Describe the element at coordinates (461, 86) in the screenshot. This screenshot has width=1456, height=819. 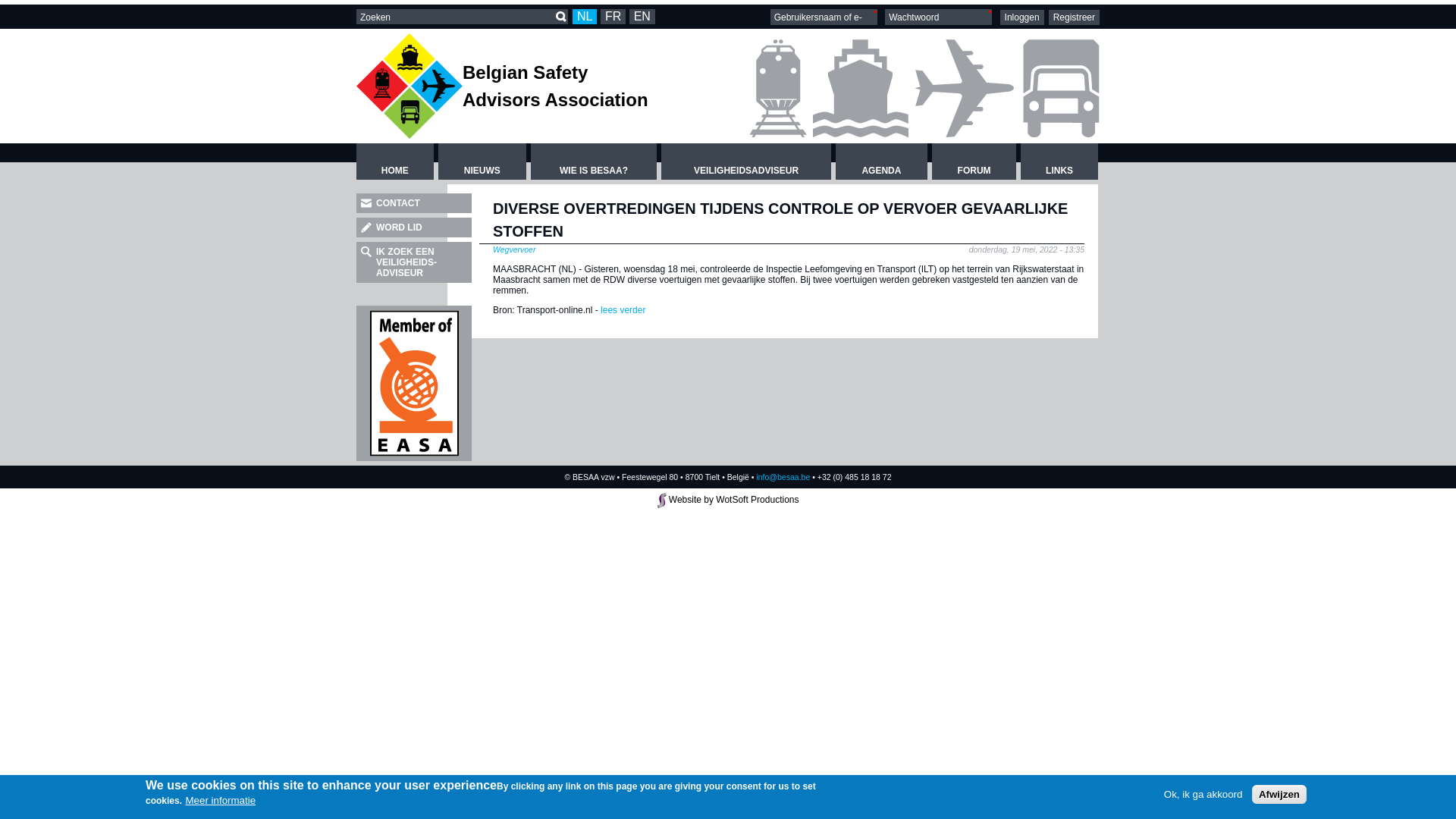
I see `'Belgian Safety` at that location.